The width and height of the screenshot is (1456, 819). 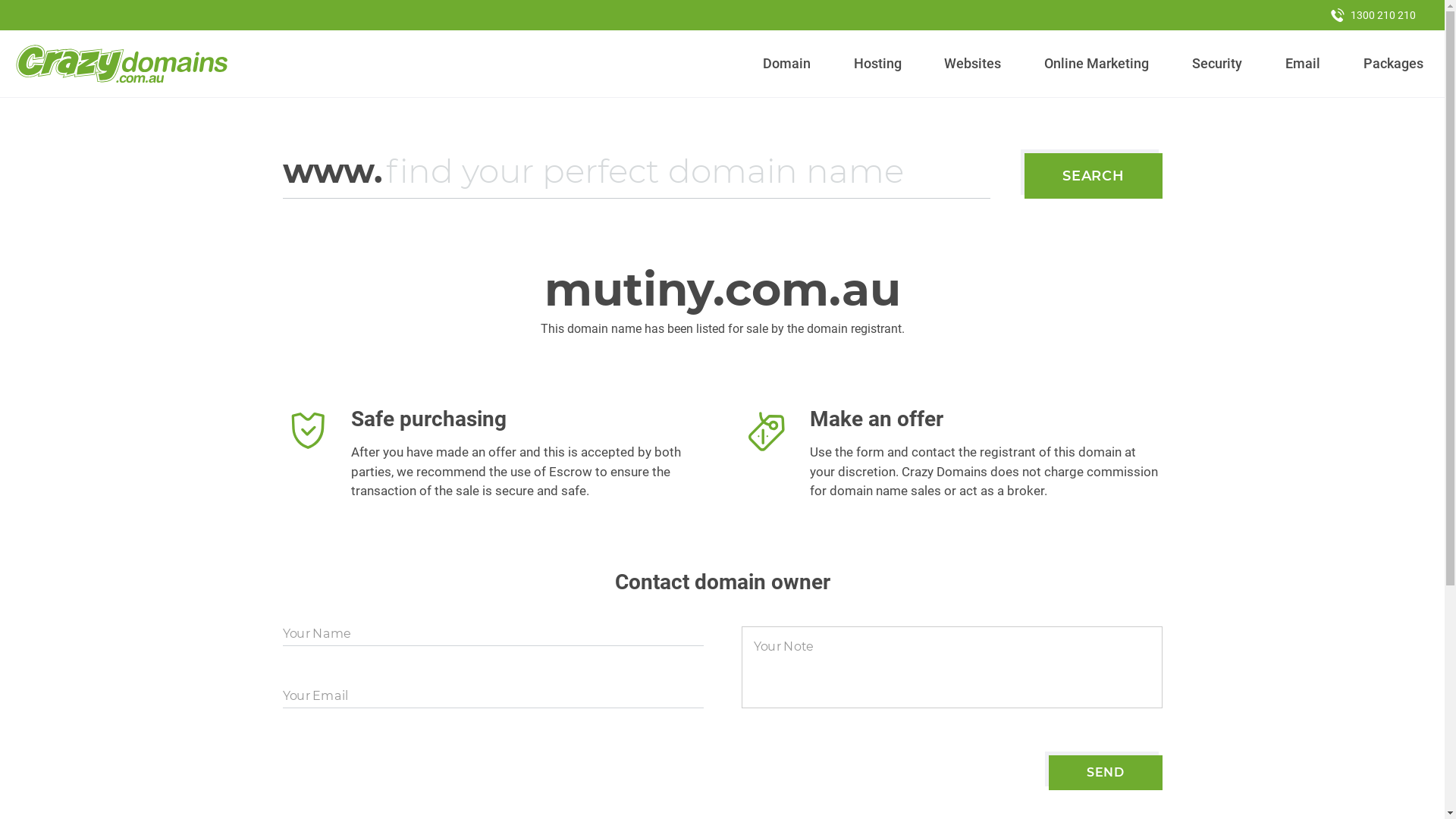 I want to click on 'Websites', so click(x=972, y=63).